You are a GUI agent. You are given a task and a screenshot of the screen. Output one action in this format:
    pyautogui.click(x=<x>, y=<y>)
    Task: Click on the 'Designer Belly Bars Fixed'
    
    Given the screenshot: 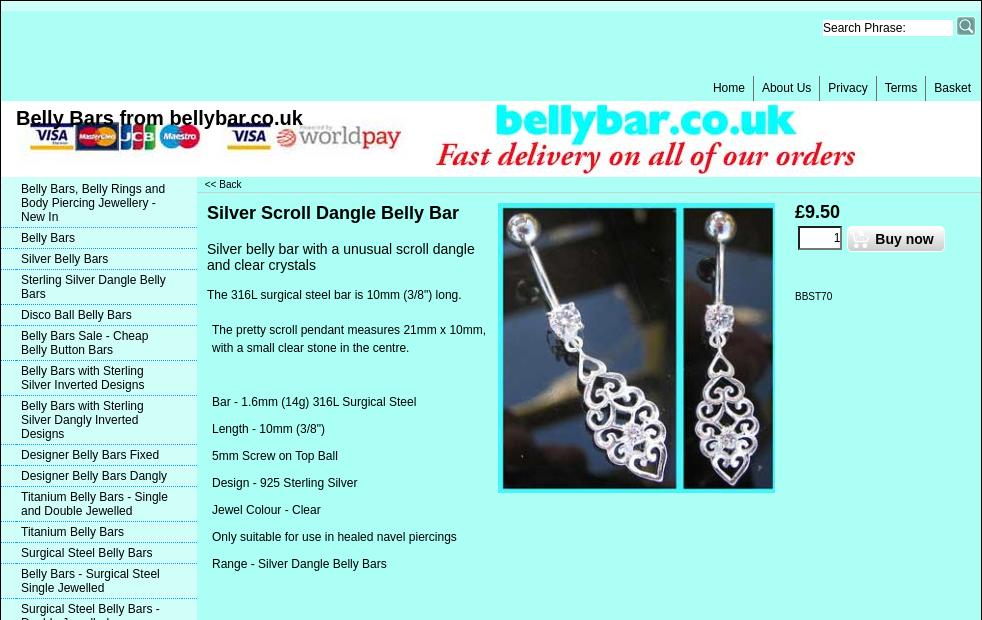 What is the action you would take?
    pyautogui.click(x=88, y=455)
    